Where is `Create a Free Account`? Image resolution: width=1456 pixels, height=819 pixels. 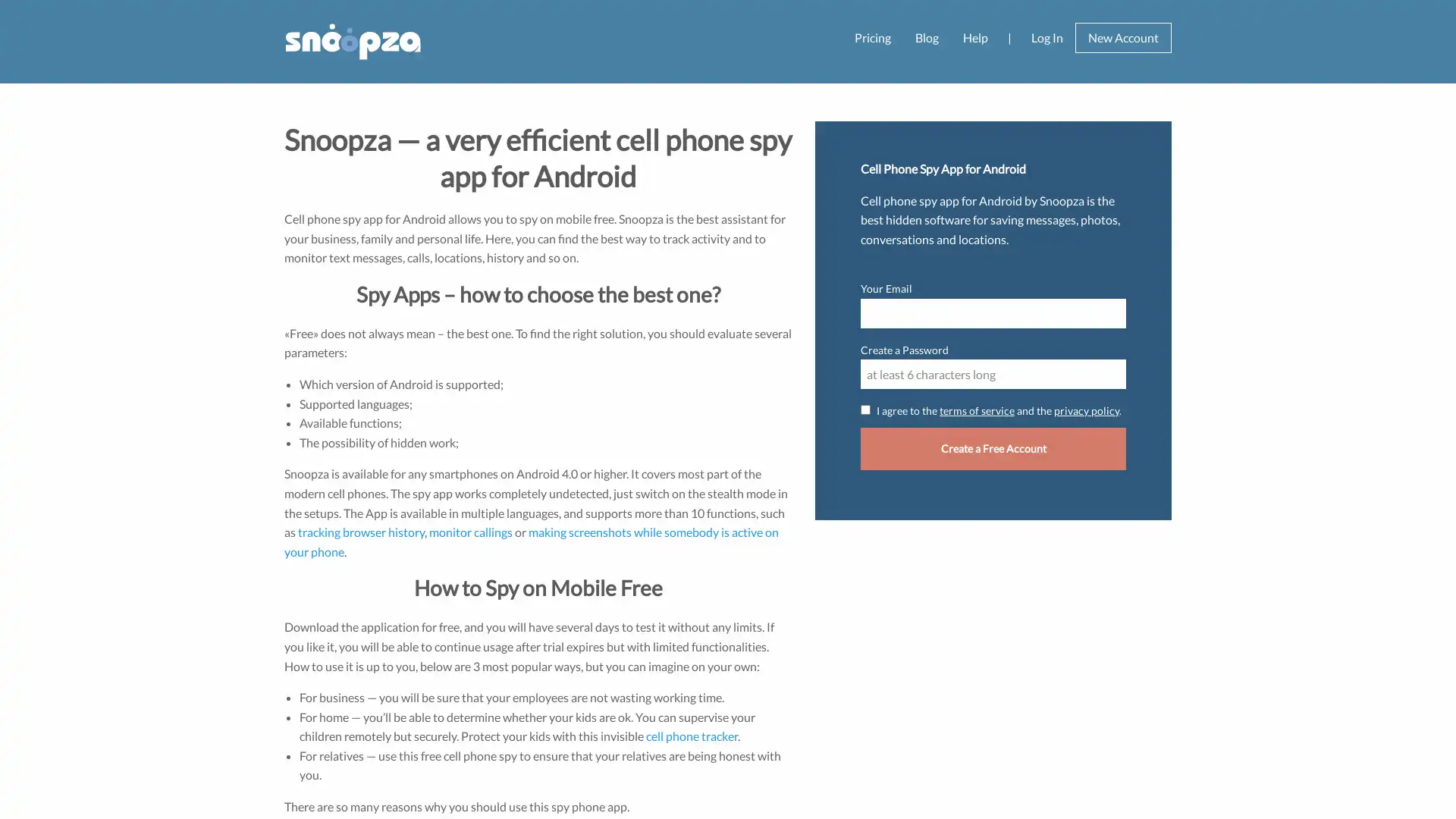
Create a Free Account is located at coordinates (993, 447).